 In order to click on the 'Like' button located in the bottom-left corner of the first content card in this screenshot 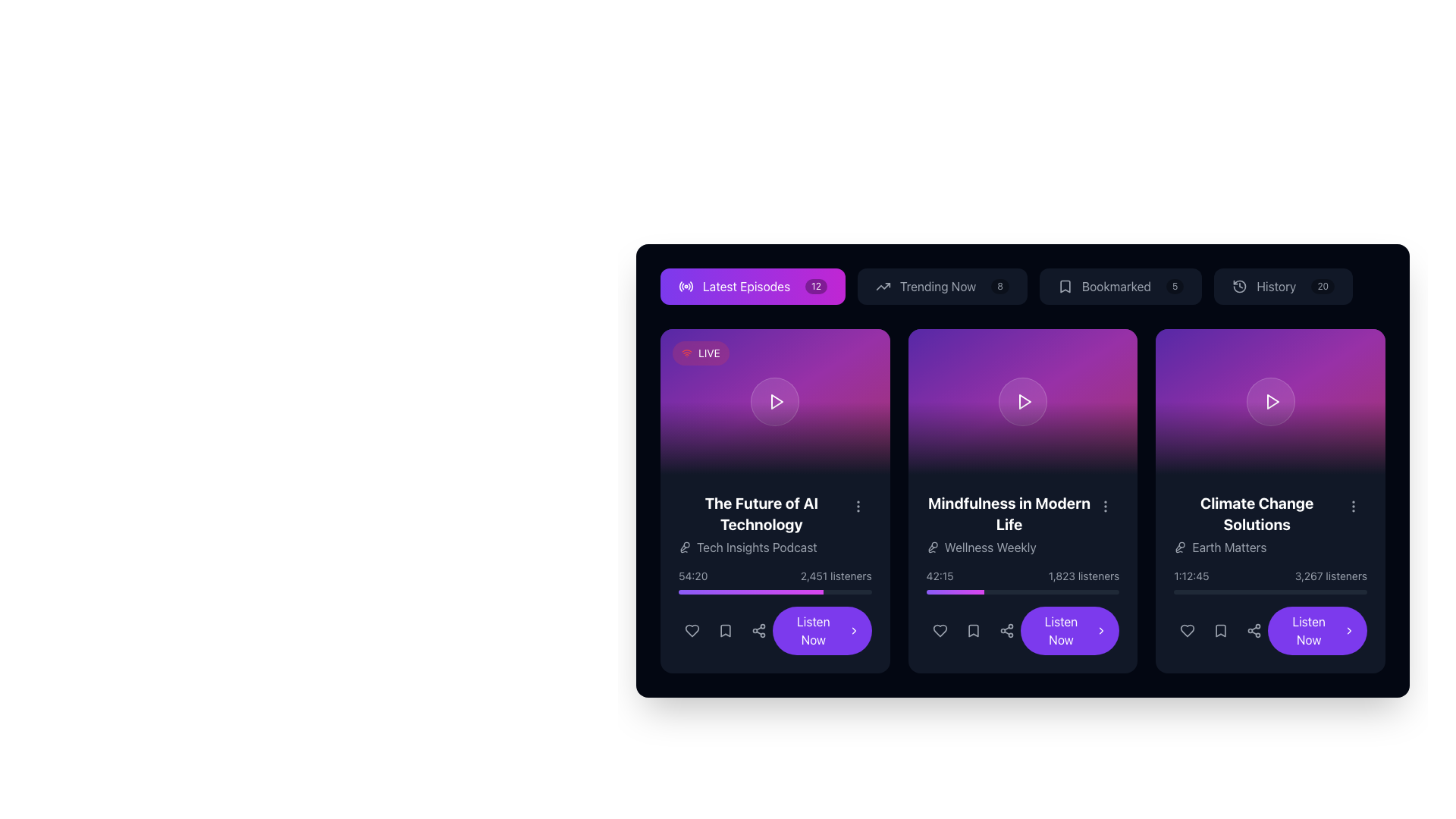, I will do `click(691, 631)`.